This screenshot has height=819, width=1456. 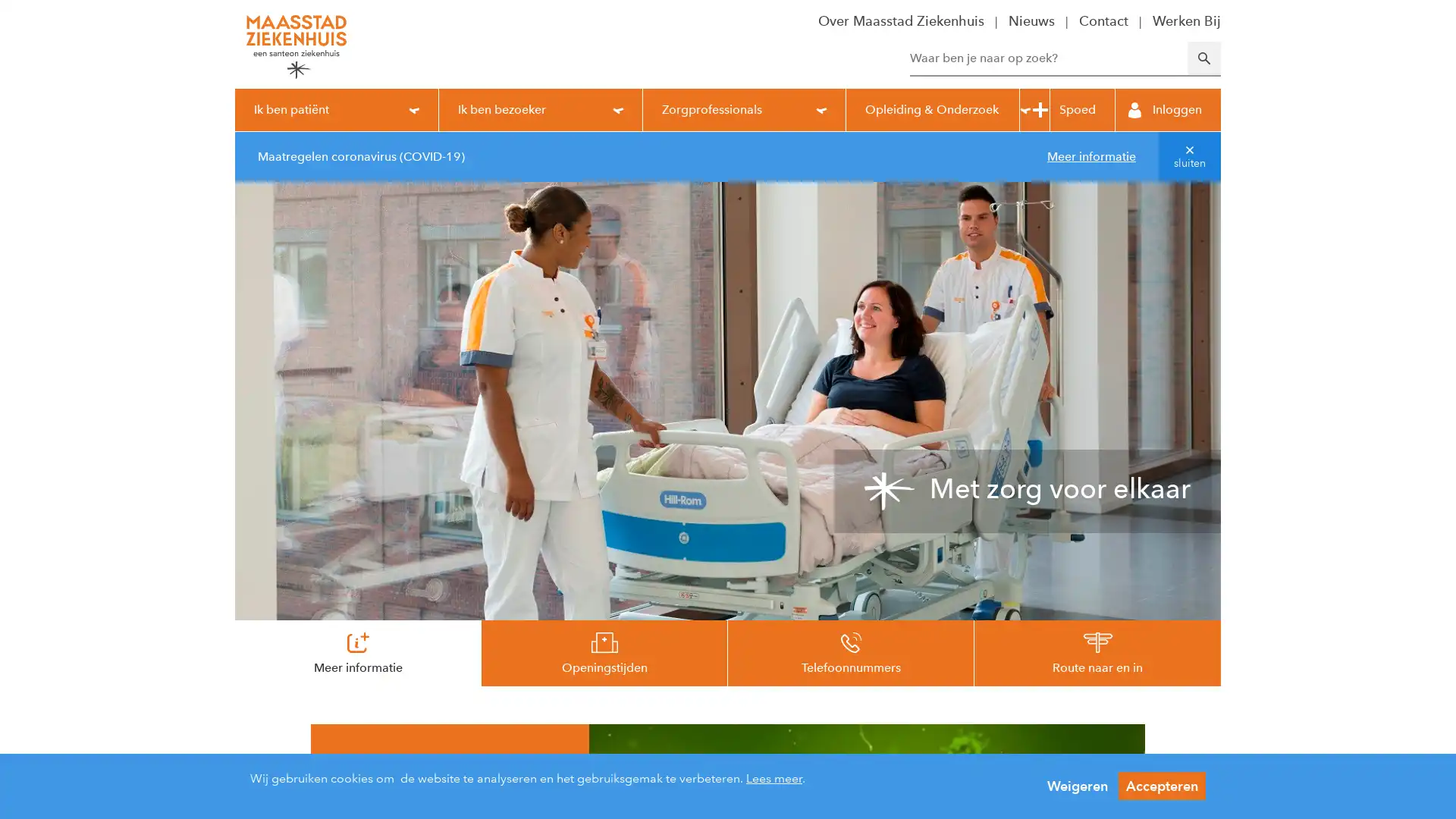 I want to click on Ik ben patient, so click(x=335, y=109).